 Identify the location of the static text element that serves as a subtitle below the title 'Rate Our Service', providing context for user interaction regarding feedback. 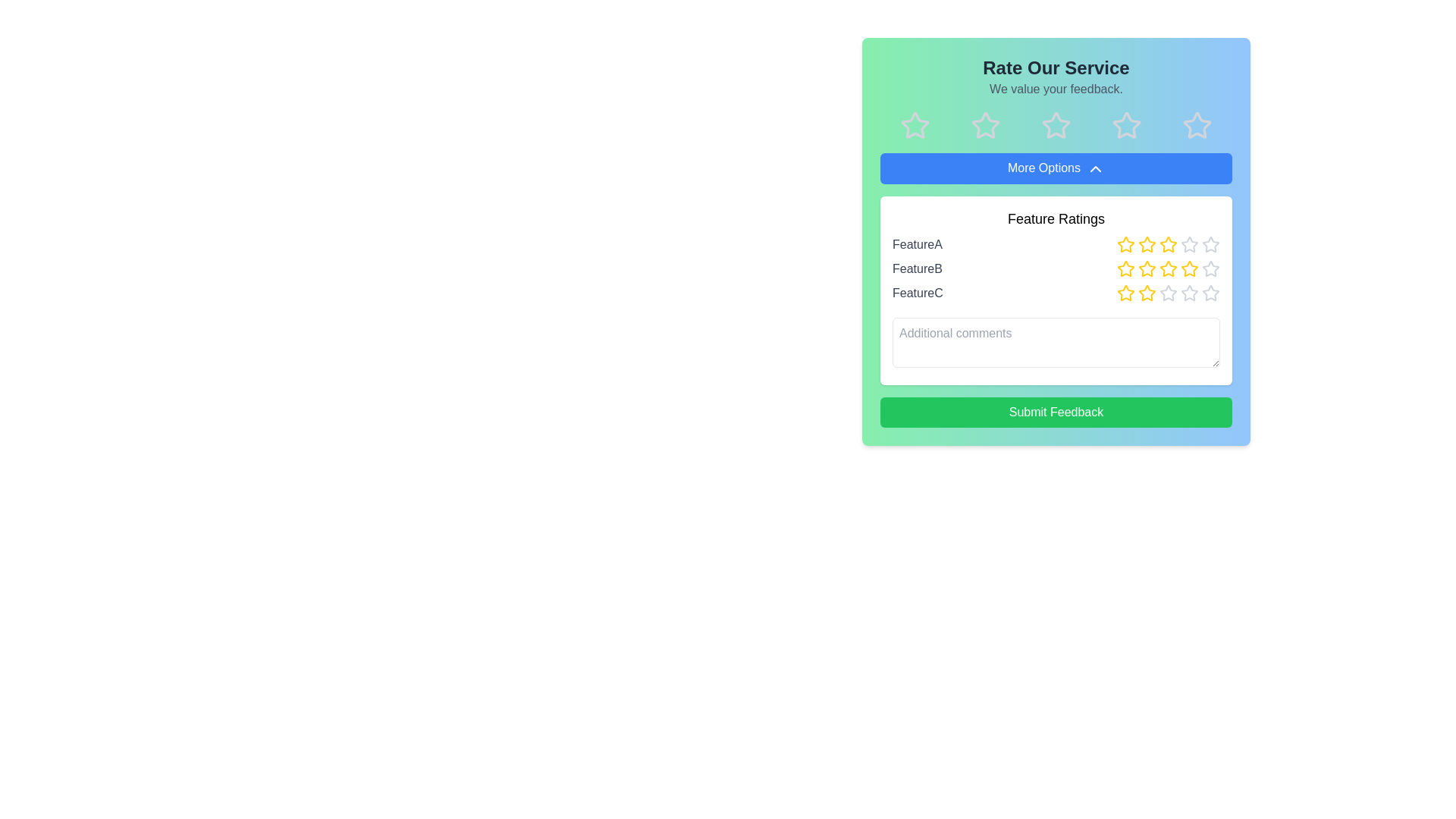
(1055, 89).